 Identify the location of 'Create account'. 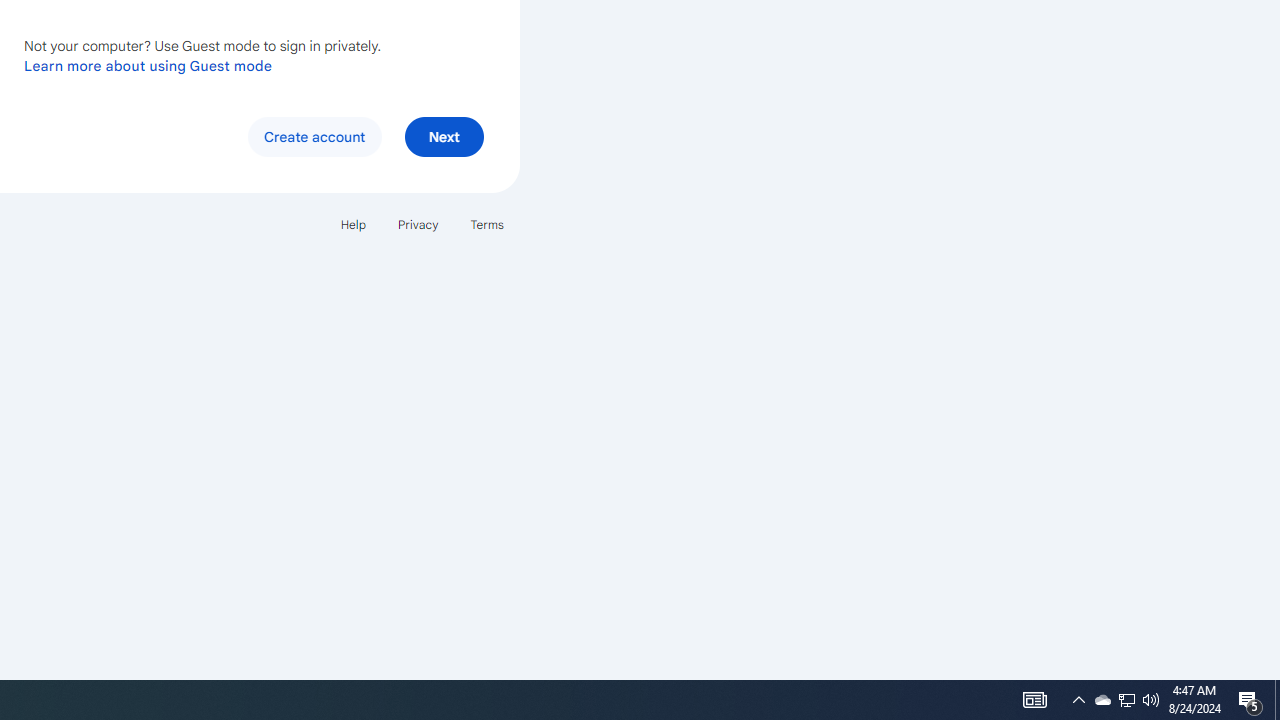
(313, 135).